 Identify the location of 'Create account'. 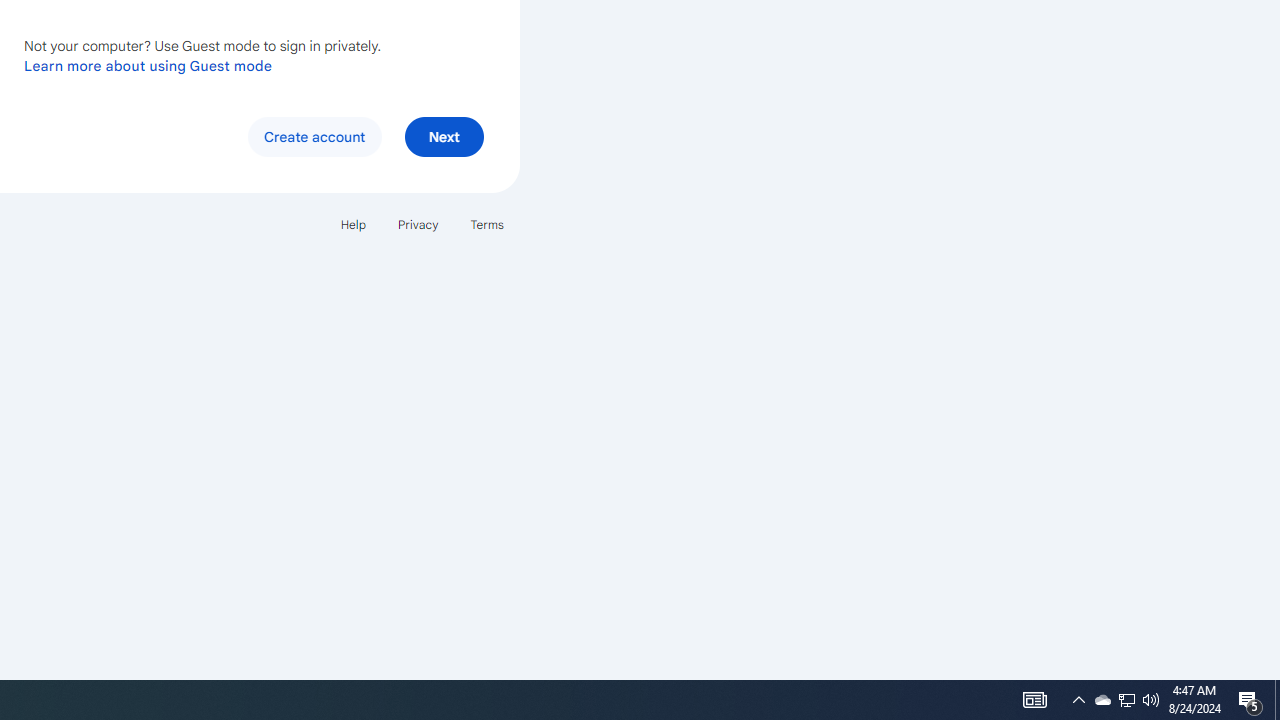
(313, 135).